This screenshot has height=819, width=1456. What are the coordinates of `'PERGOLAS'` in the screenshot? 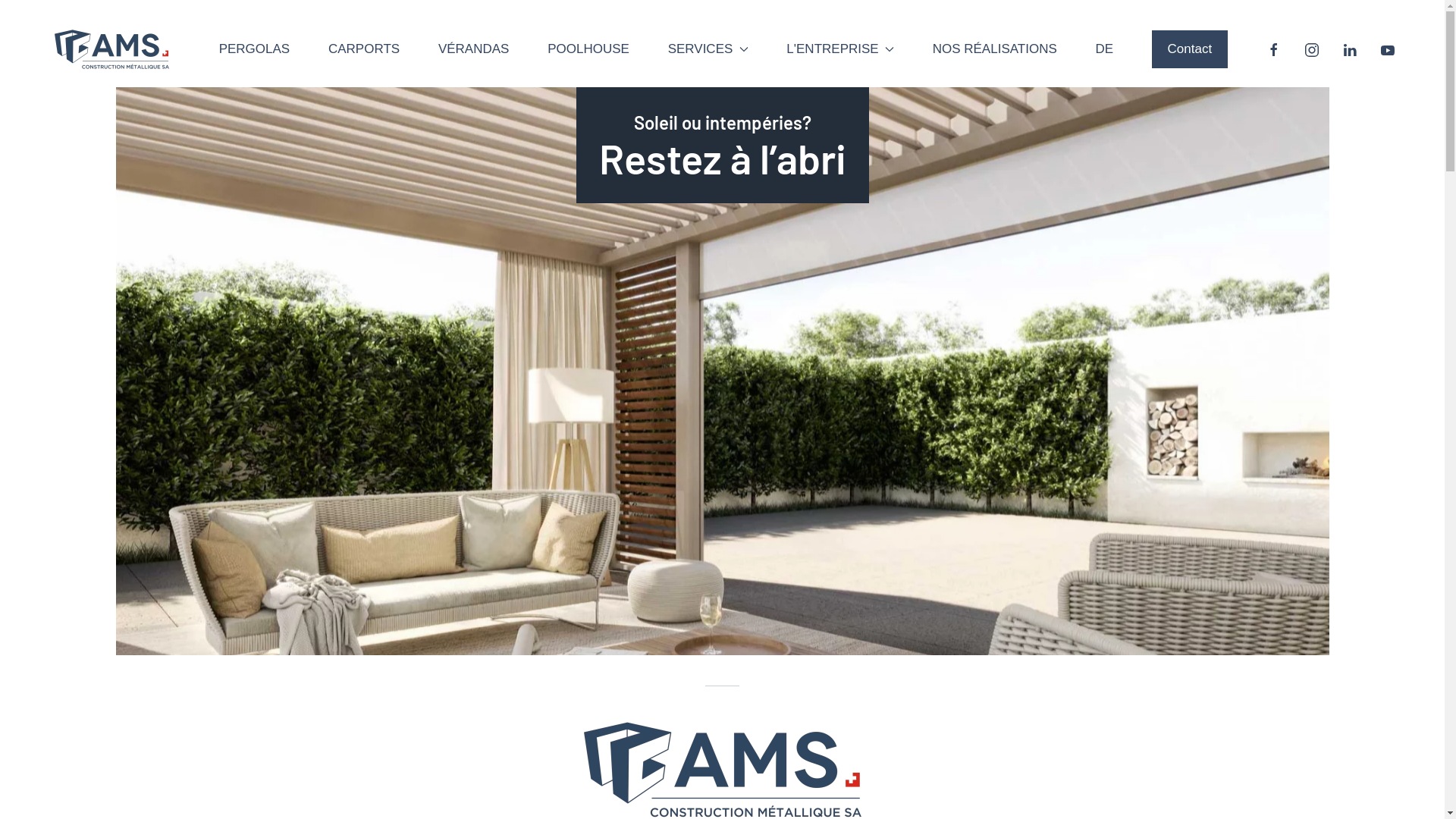 It's located at (218, 49).